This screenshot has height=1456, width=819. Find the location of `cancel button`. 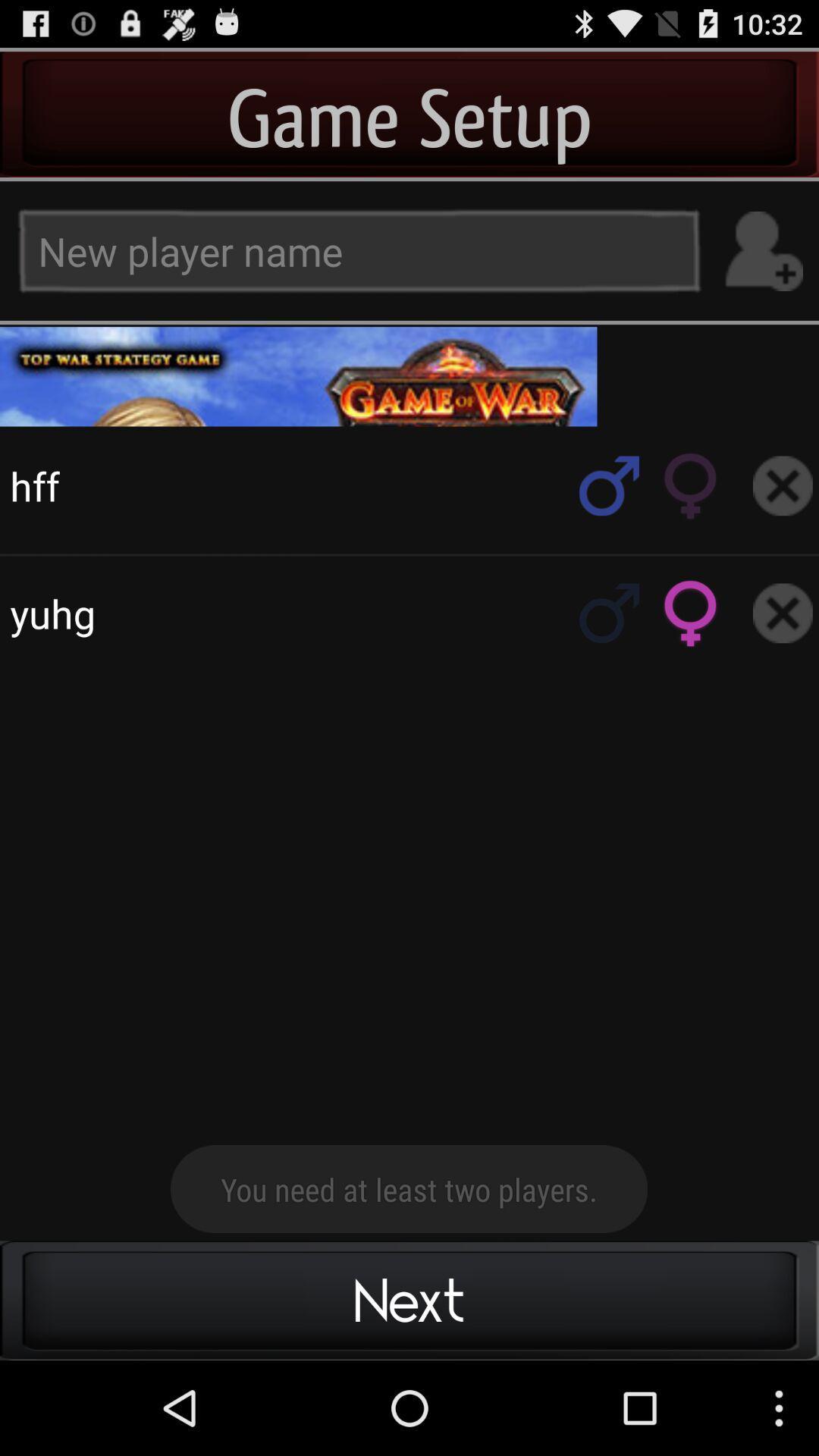

cancel button is located at coordinates (783, 613).